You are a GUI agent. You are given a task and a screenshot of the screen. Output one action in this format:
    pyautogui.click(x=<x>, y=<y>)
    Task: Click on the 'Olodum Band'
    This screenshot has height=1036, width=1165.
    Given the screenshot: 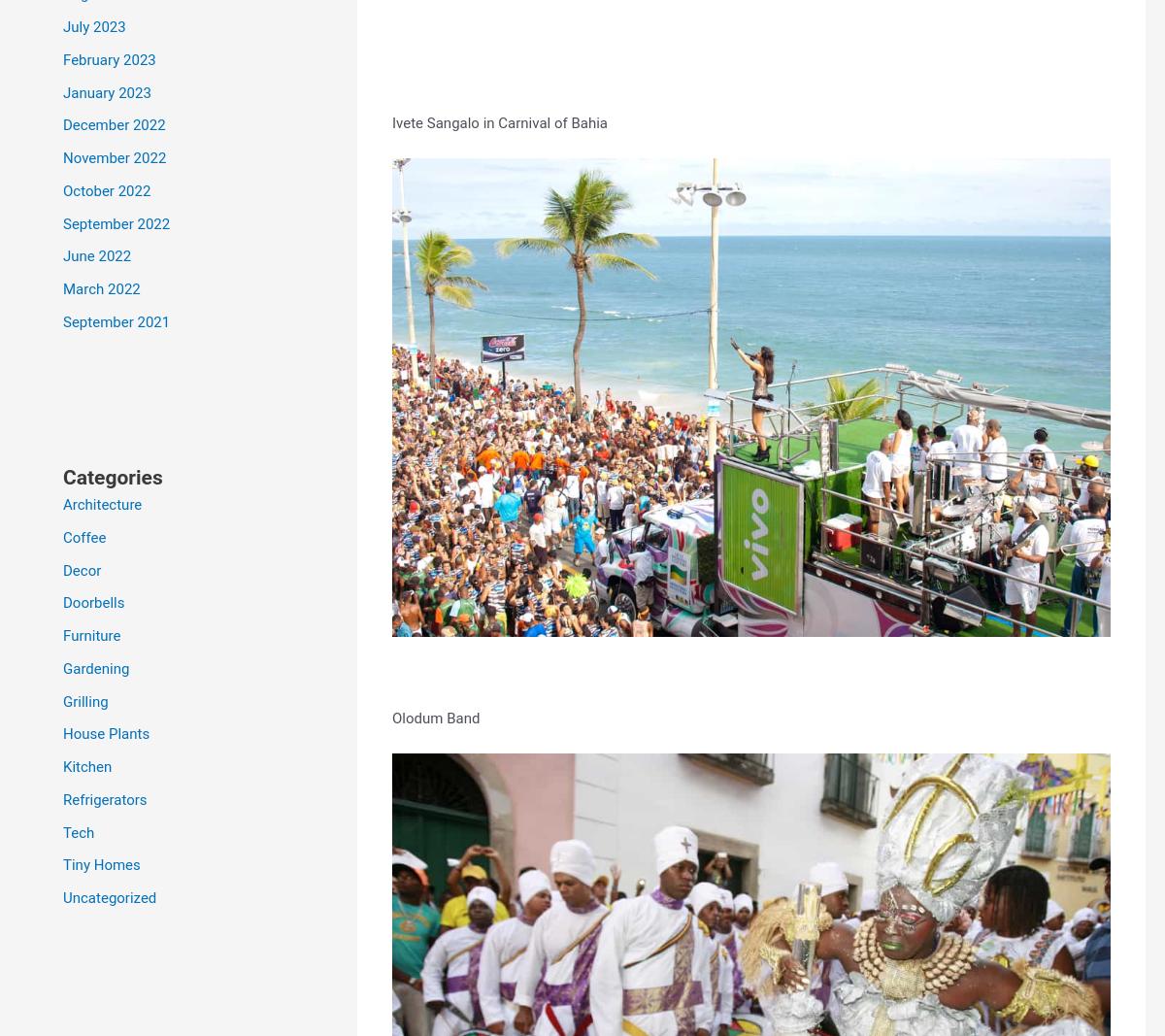 What is the action you would take?
    pyautogui.click(x=436, y=717)
    